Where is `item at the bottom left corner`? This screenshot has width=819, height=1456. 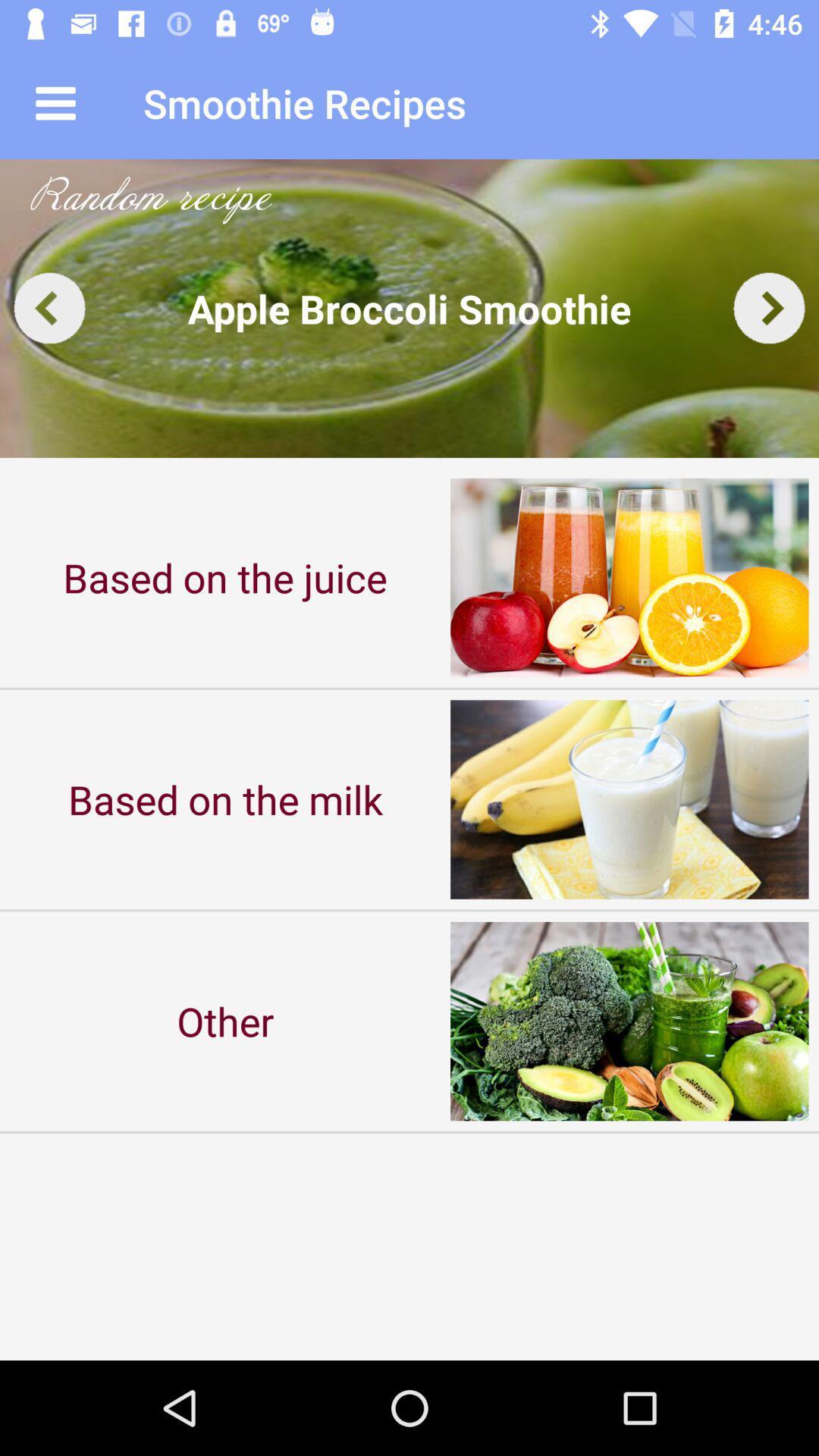
item at the bottom left corner is located at coordinates (225, 1021).